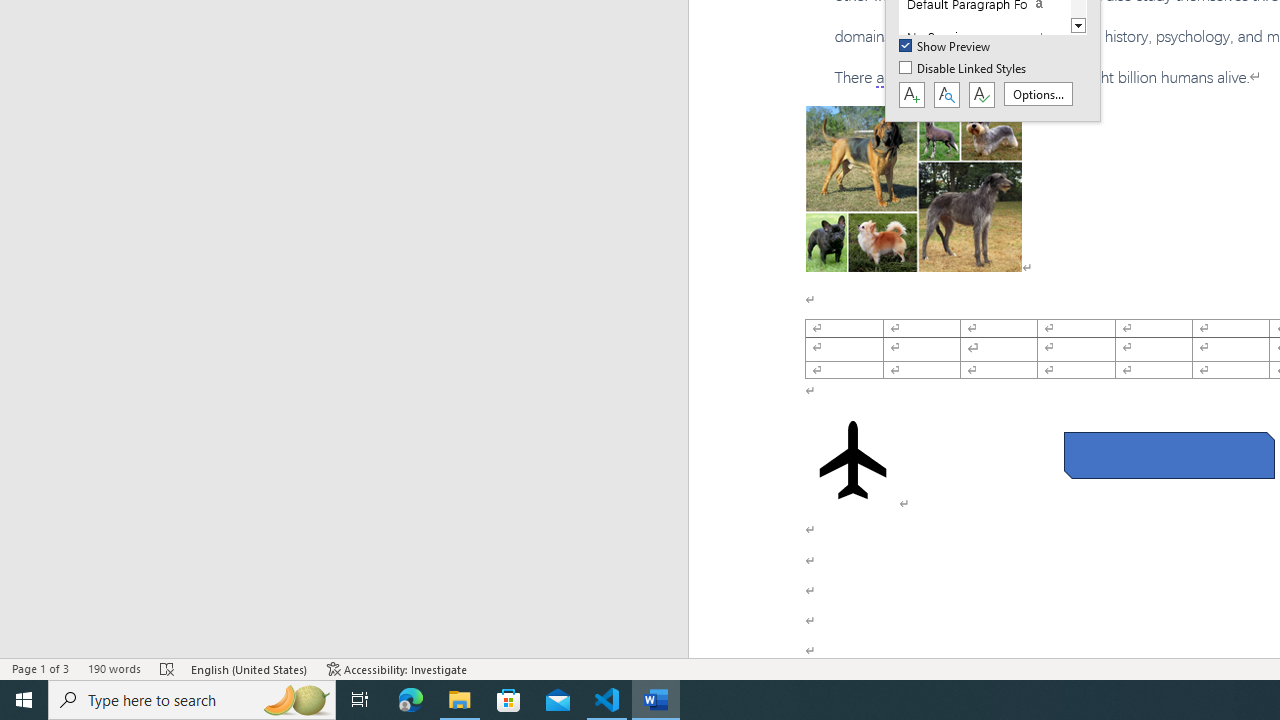  I want to click on 'Options...', so click(1038, 93).